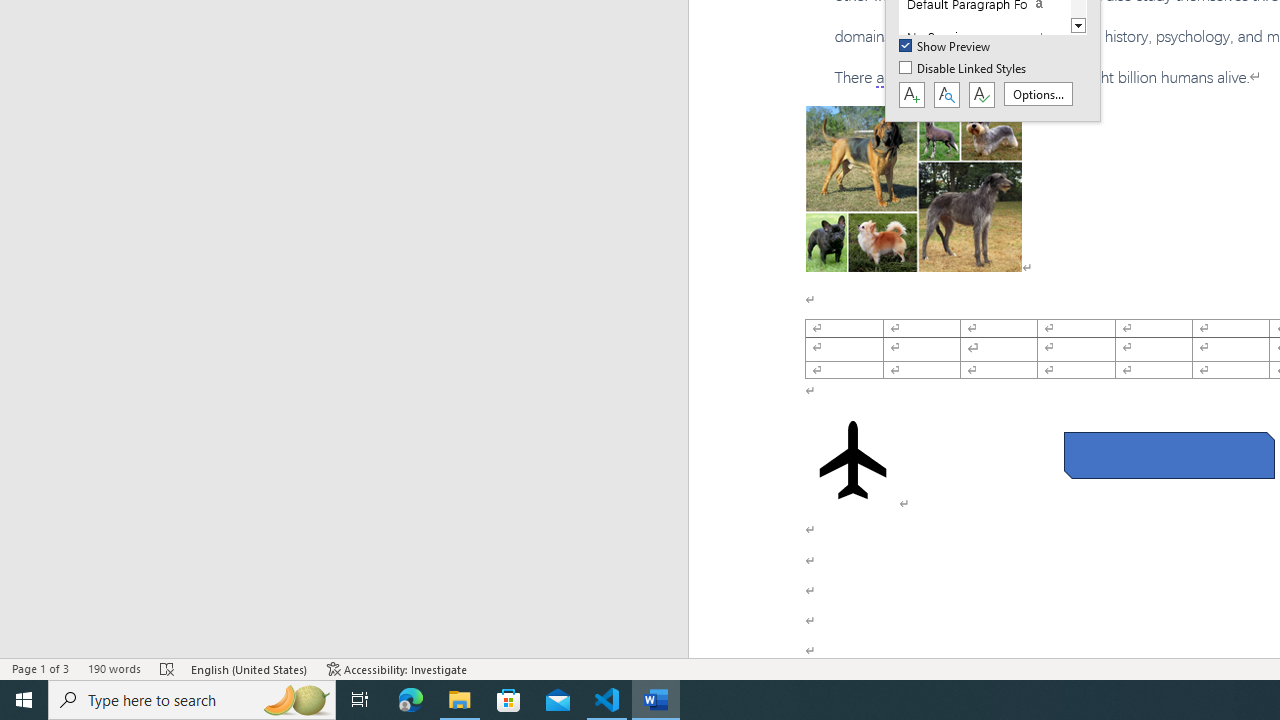  I want to click on 'Options...', so click(1038, 93).